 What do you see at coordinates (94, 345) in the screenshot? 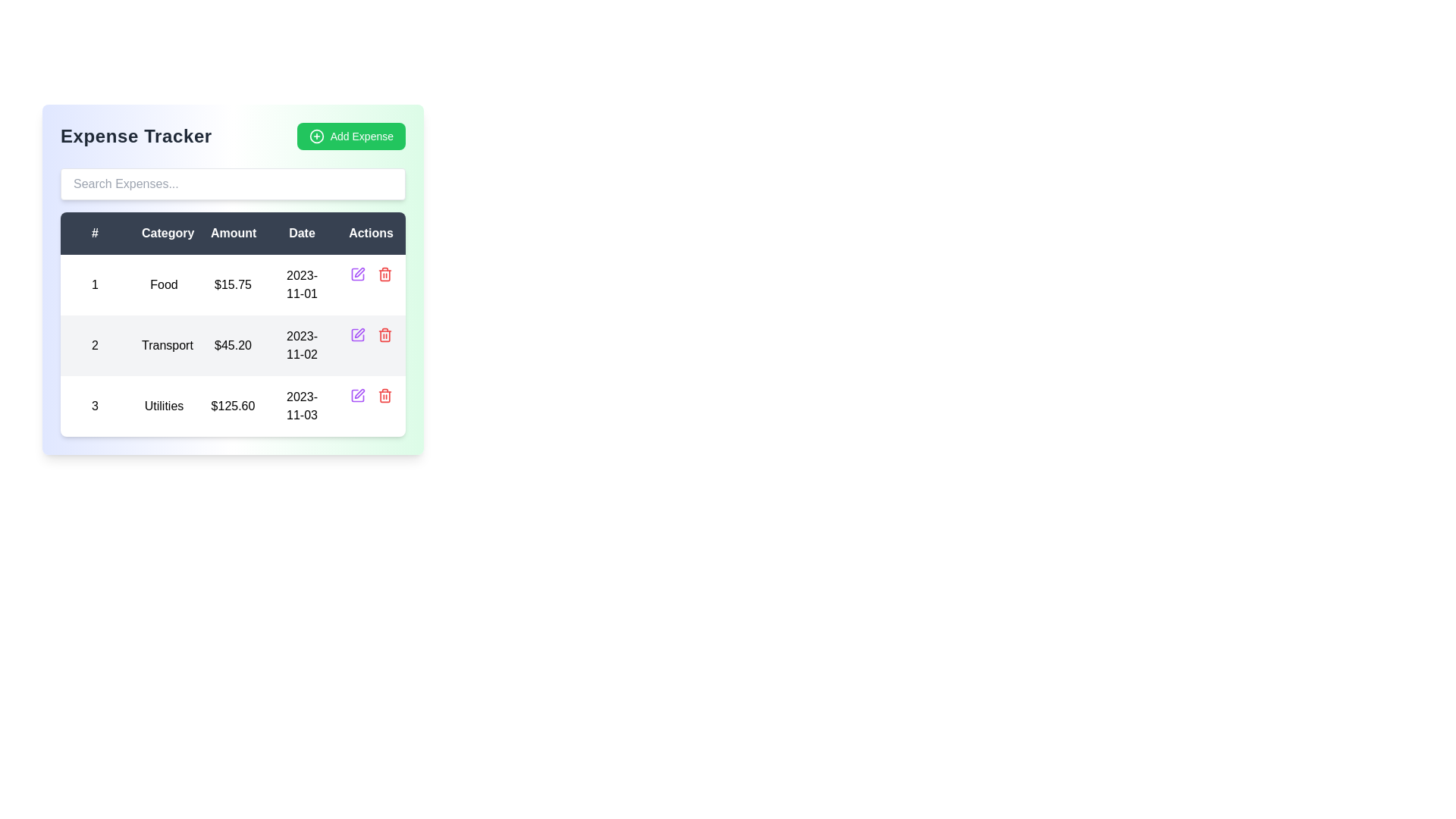
I see `the static text displaying the number '2' located in the first column of the second row of the table, under the '#' header` at bounding box center [94, 345].